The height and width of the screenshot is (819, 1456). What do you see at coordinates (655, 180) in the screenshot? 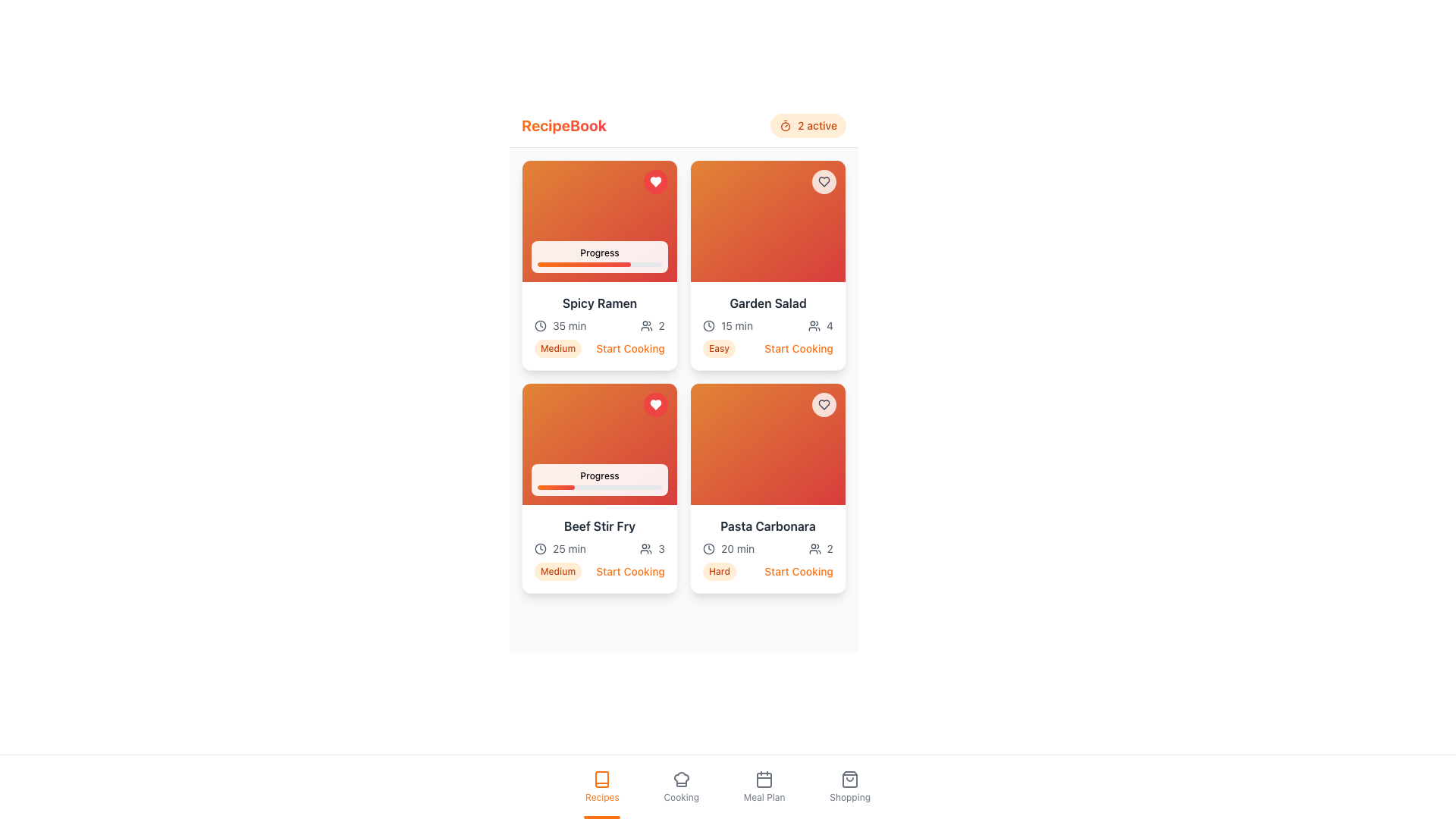
I see `the heart-shaped icon with a white fill and red border in the top-right corner of the 'Spicy Ramen' card` at bounding box center [655, 180].